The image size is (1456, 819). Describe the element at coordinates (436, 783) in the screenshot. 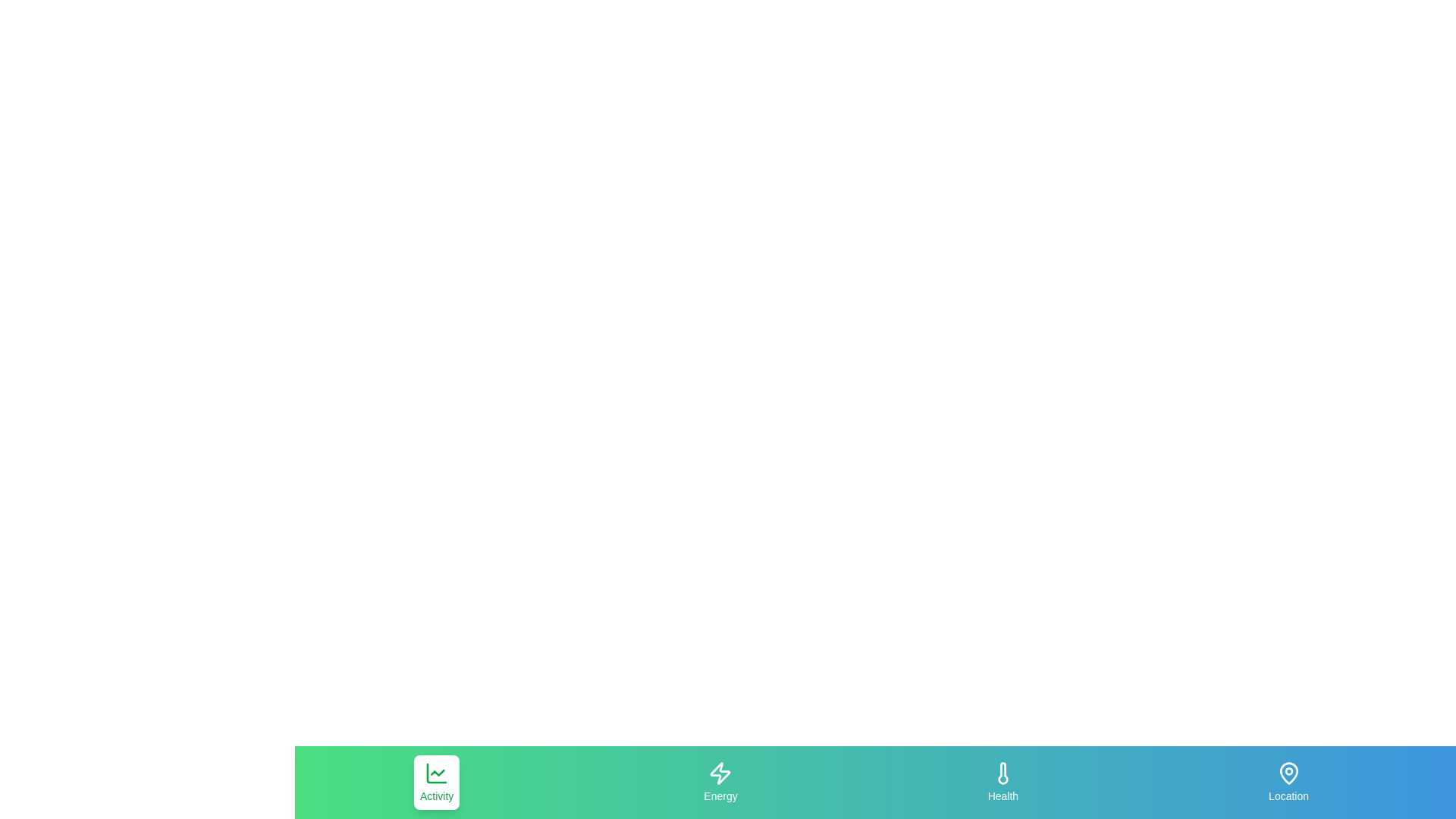

I see `the Activity tab to select it` at that location.